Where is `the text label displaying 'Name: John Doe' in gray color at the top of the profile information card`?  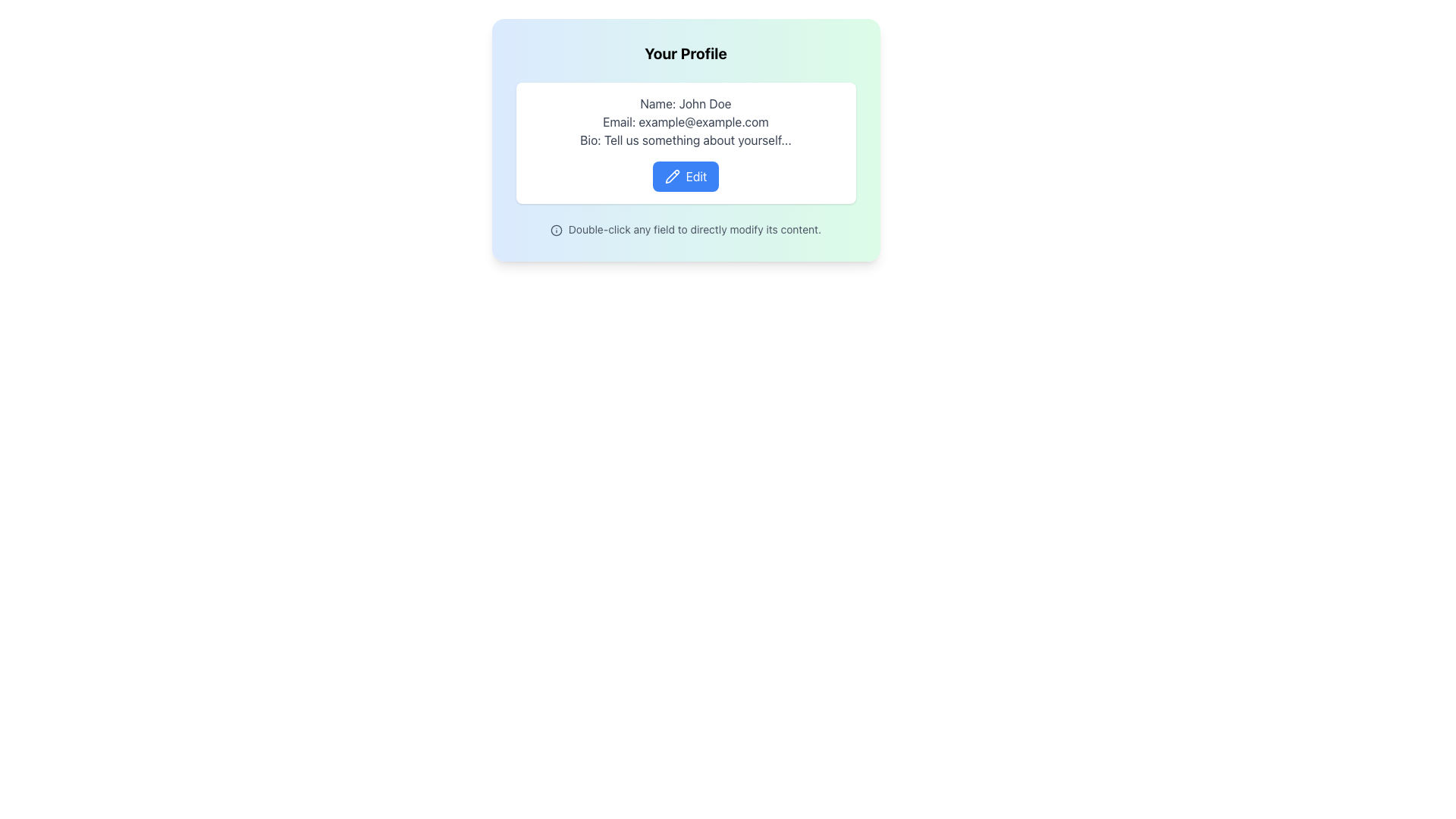
the text label displaying 'Name: John Doe' in gray color at the top of the profile information card is located at coordinates (685, 103).